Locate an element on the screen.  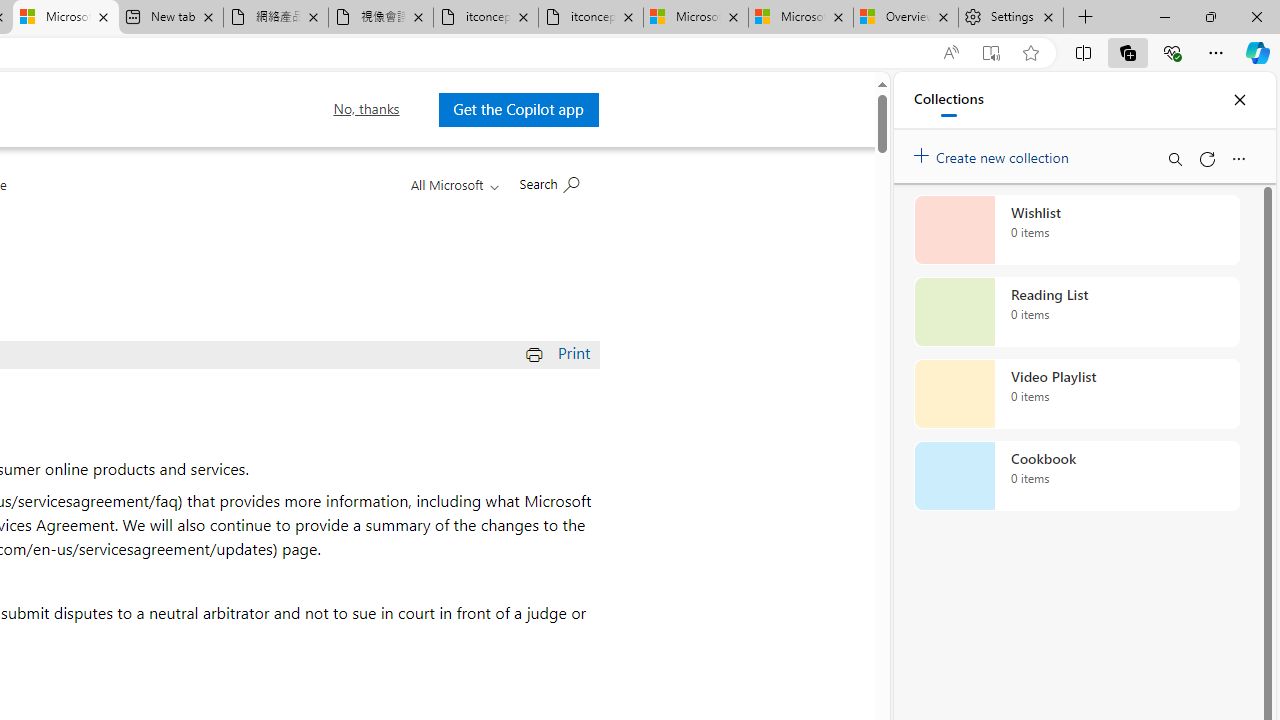
'Wishlist collection, 0 items' is located at coordinates (1076, 229).